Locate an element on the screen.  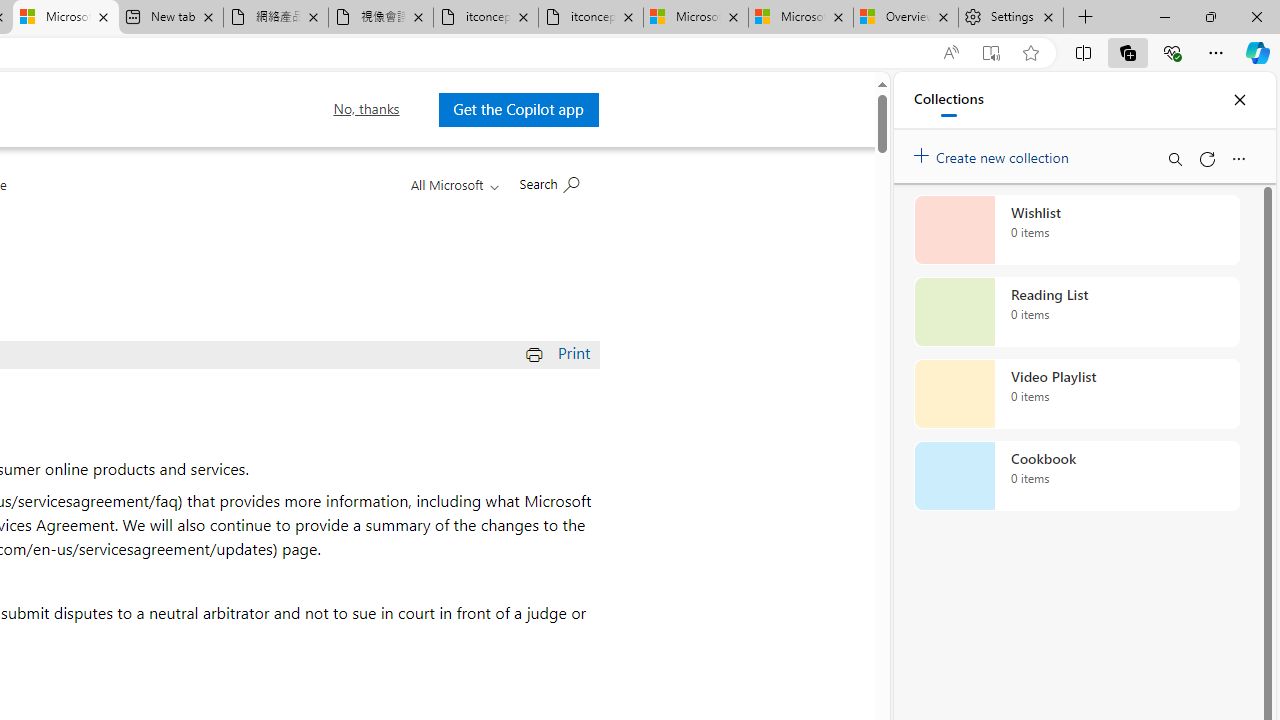
'Wishlist collection, 0 items' is located at coordinates (1076, 229).